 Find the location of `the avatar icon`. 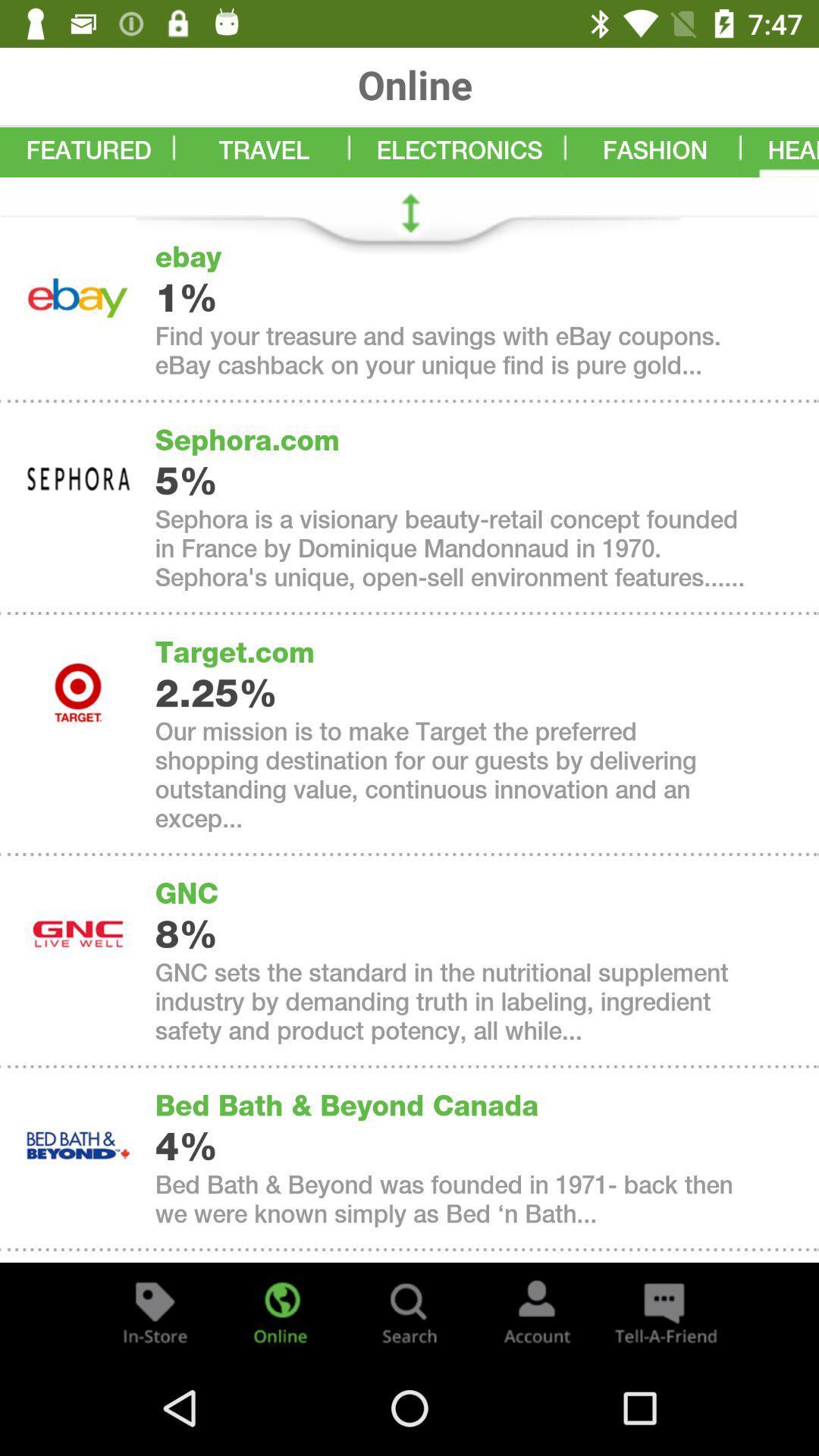

the avatar icon is located at coordinates (536, 1310).